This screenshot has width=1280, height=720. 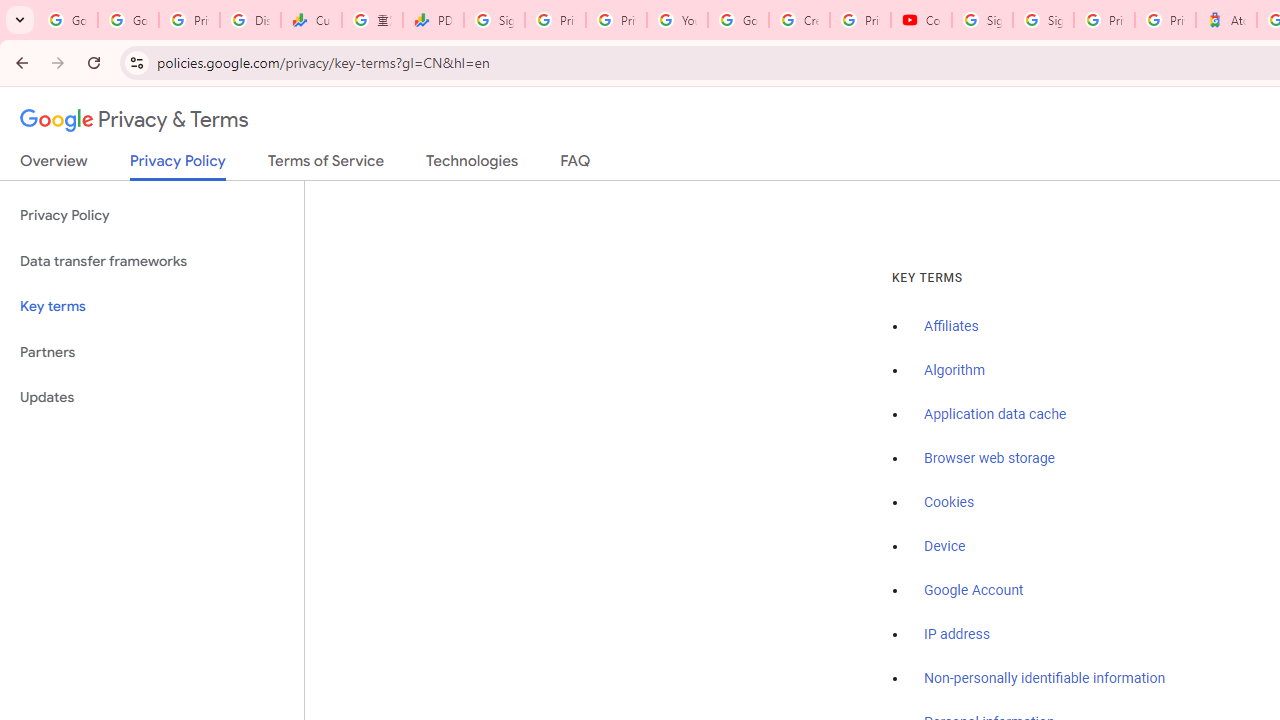 I want to click on 'Non-personally identifiable information', so click(x=1044, y=678).